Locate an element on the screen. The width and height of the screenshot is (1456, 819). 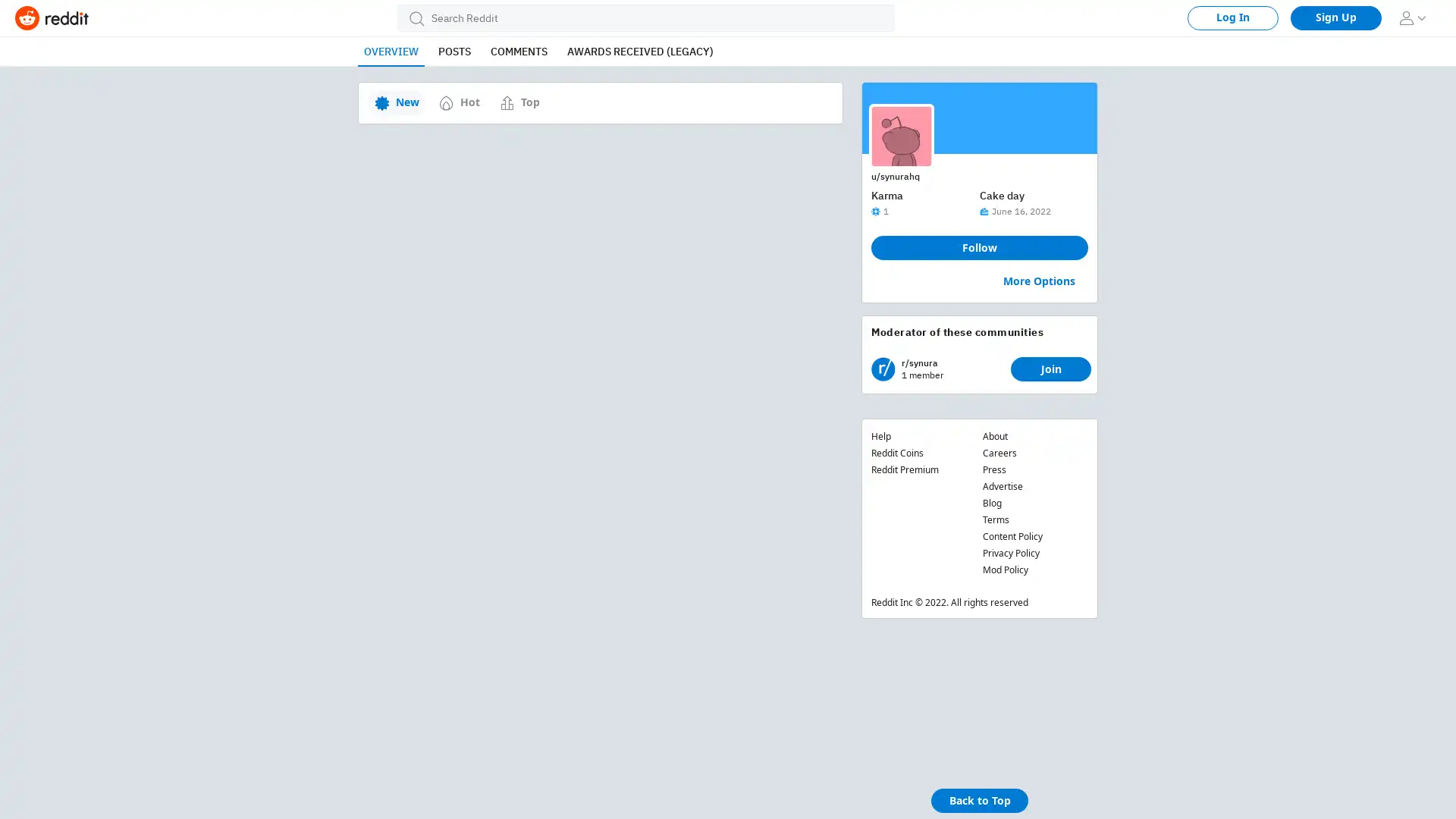
Log In is located at coordinates (1233, 17).